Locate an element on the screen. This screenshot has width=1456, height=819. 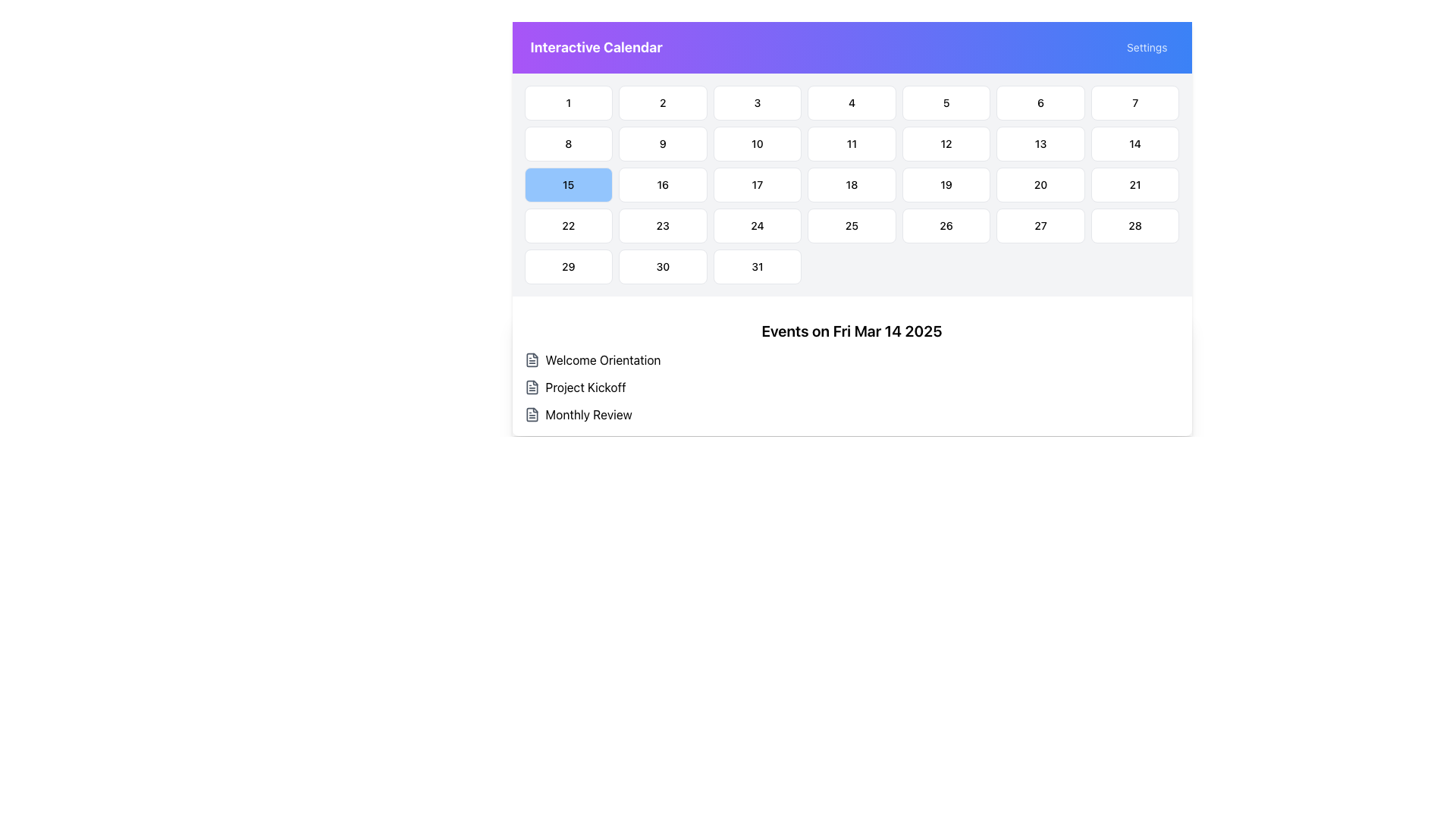
the file icon located adjacent to the 'Welcome Orientation' text is located at coordinates (532, 359).